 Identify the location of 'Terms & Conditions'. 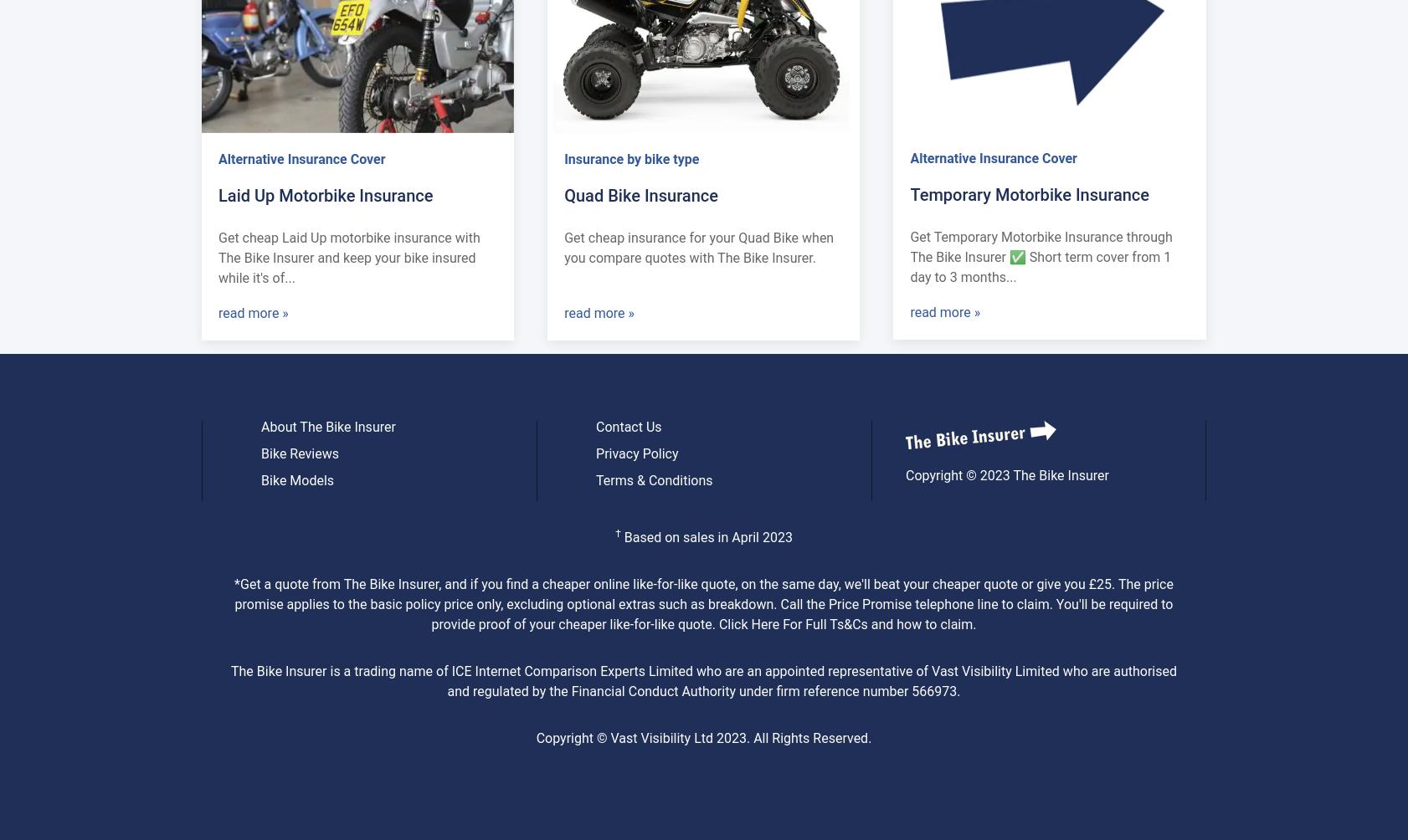
(654, 479).